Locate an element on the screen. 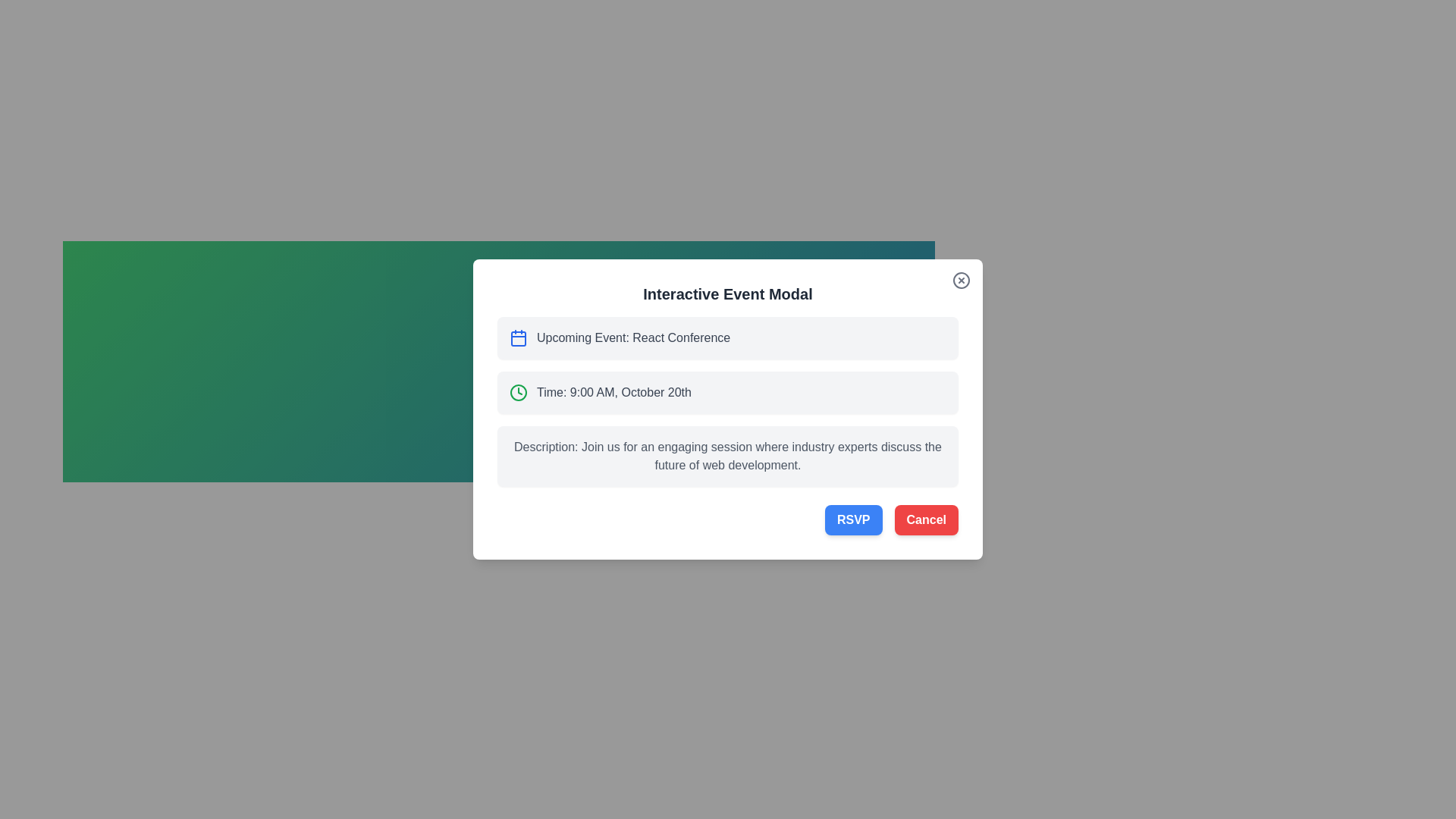  the descriptive text within the 'Interactive Event Modal' dialog box, which is centrally located below the clock icon and above the 'RSVP' and 'Cancel' buttons is located at coordinates (728, 455).